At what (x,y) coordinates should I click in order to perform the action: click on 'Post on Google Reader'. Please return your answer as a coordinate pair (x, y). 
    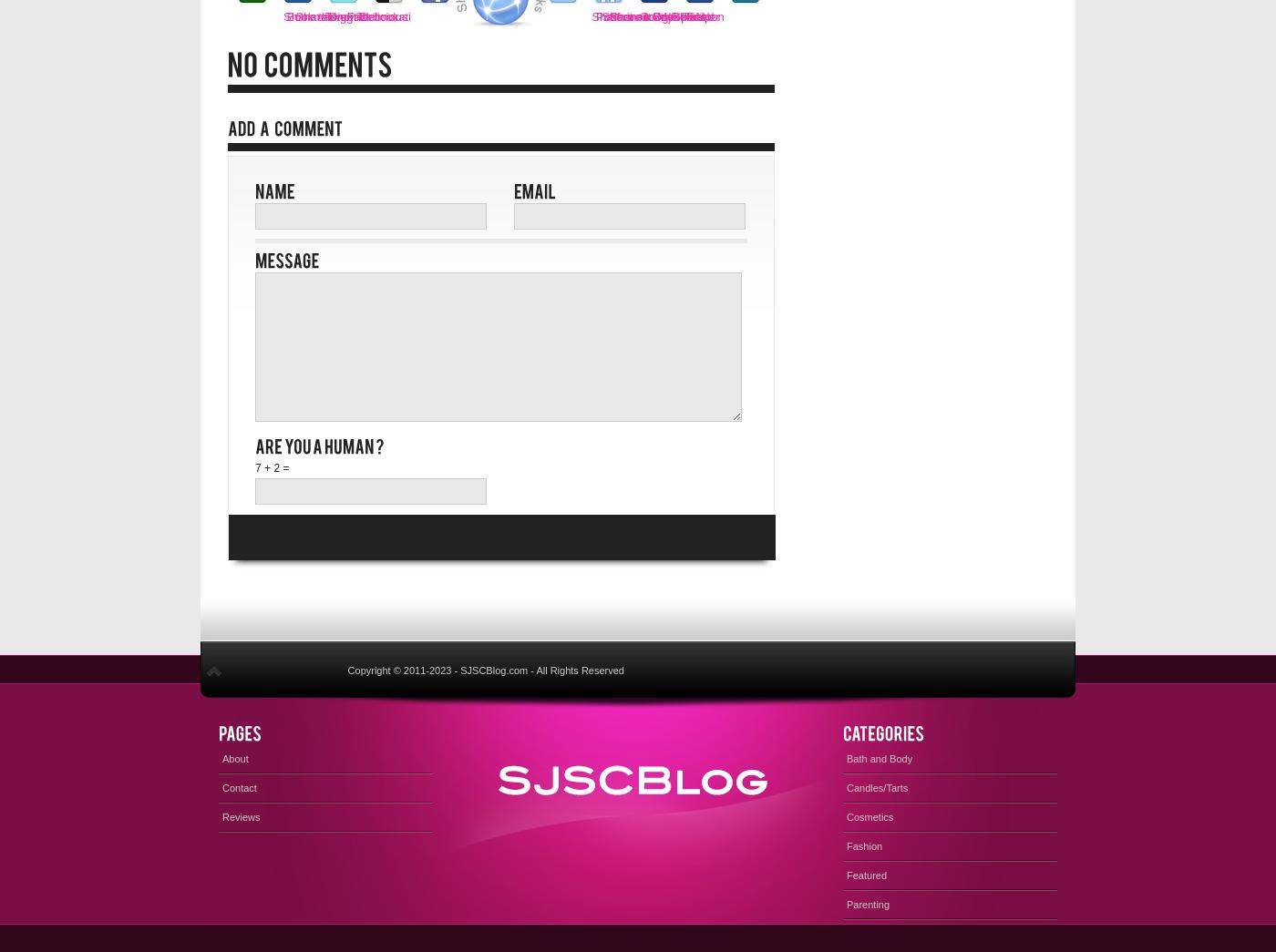
    Looking at the image, I should click on (657, 15).